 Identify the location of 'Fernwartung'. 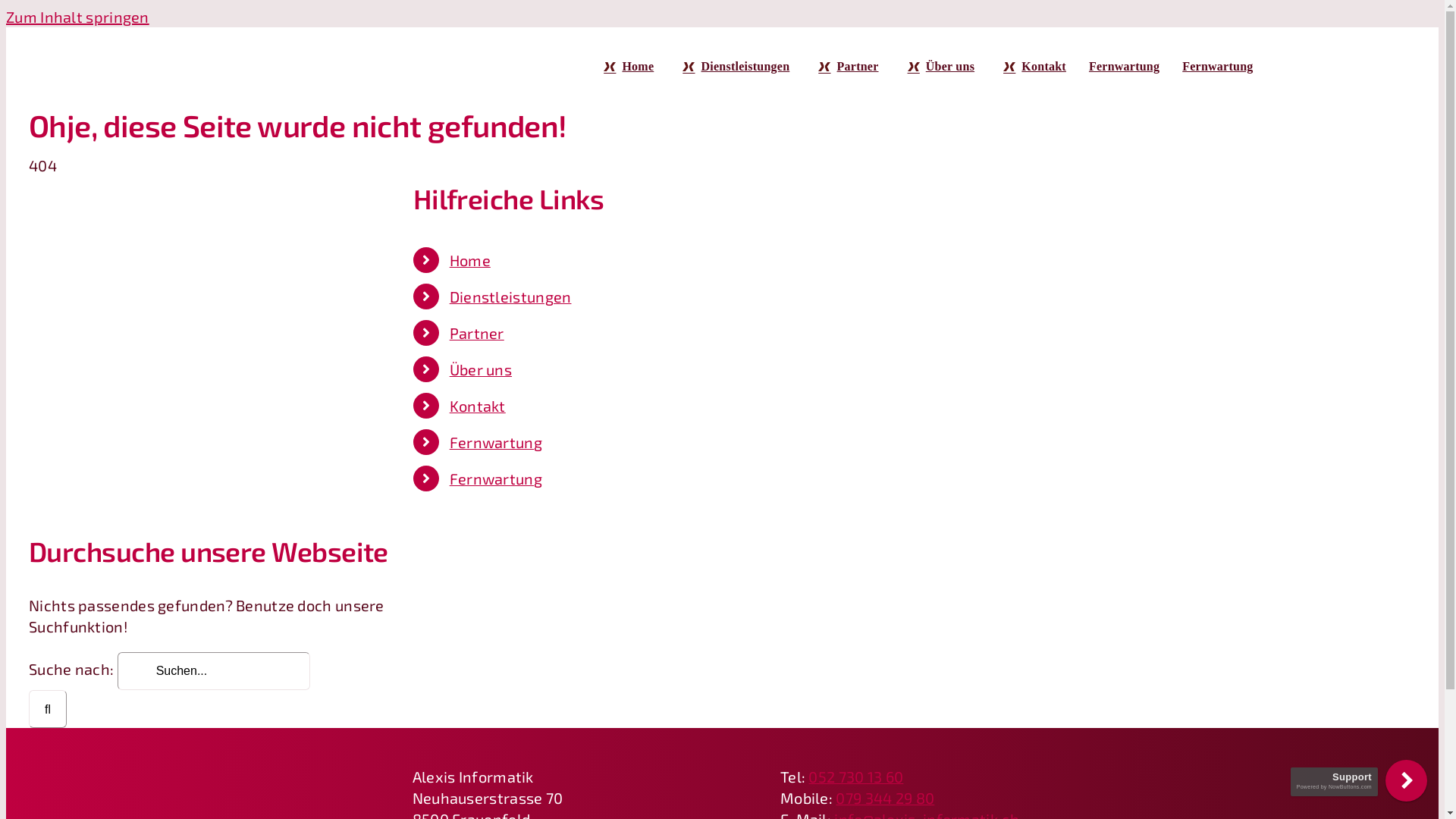
(1217, 66).